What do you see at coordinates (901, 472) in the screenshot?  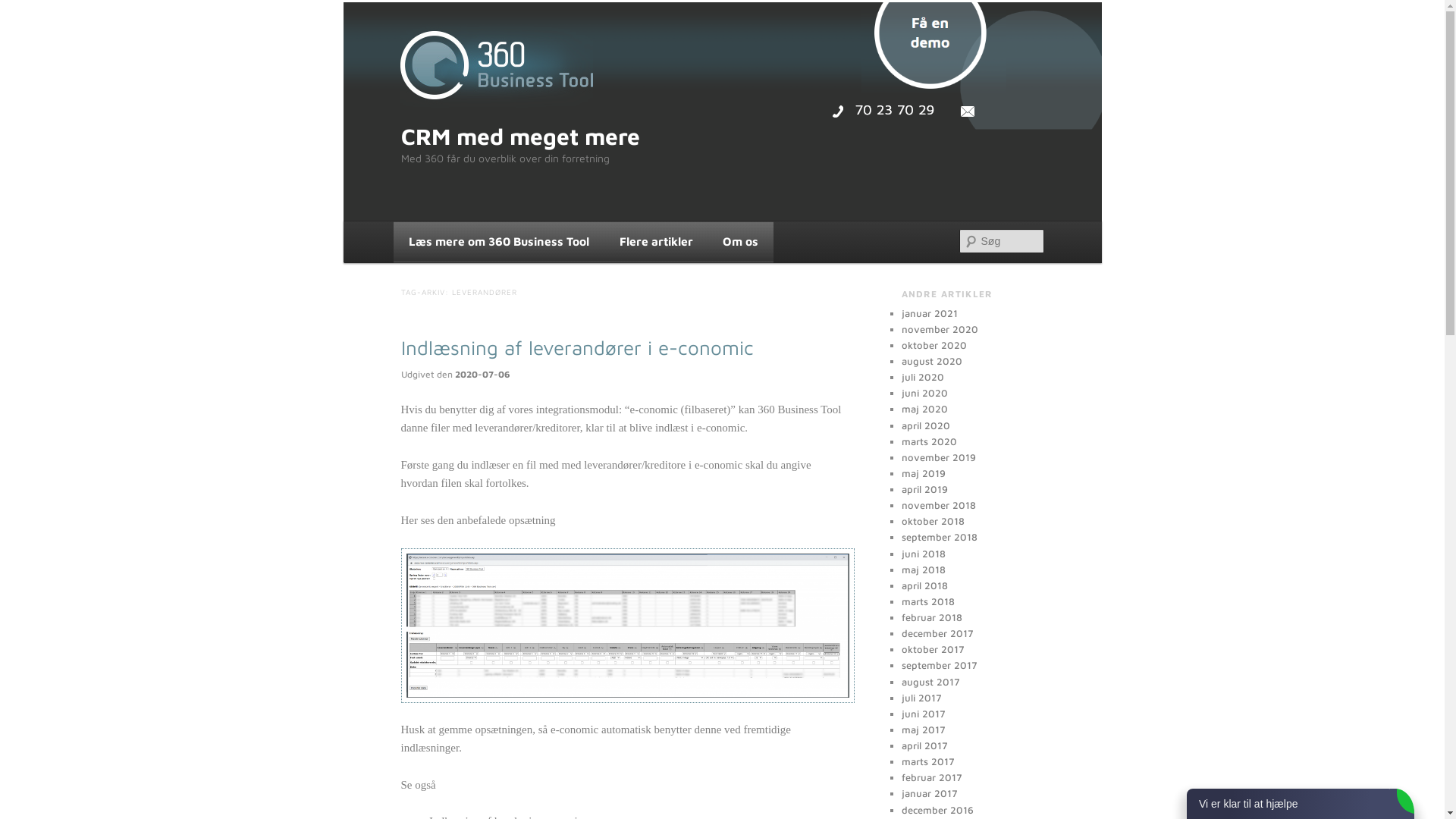 I see `'maj 2019'` at bounding box center [901, 472].